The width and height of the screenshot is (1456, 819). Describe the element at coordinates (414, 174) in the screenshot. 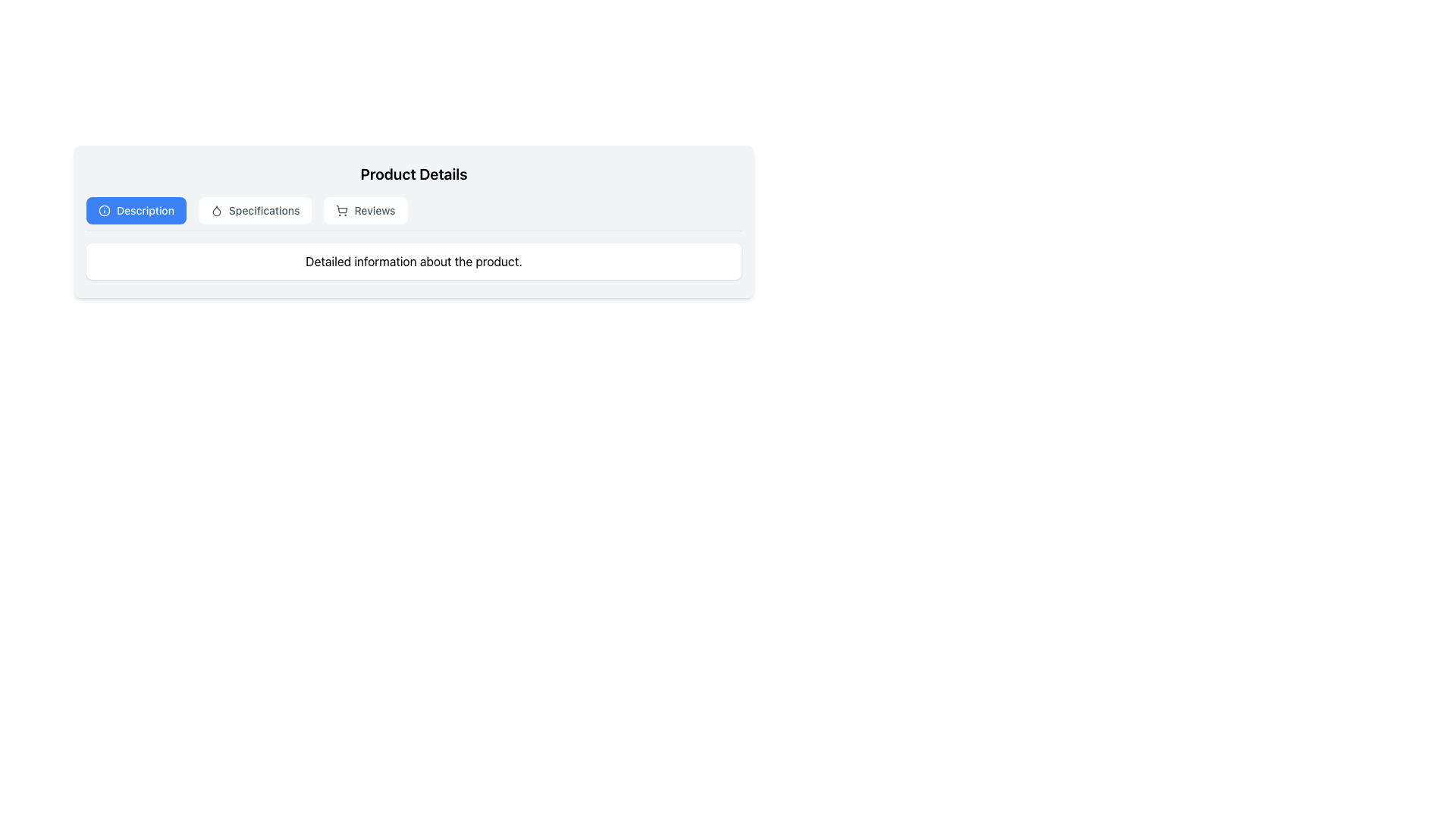

I see `header element with the text 'Product Details', which is a bold header styled in an extra-large font and located at the top of the section with a light gray background` at that location.